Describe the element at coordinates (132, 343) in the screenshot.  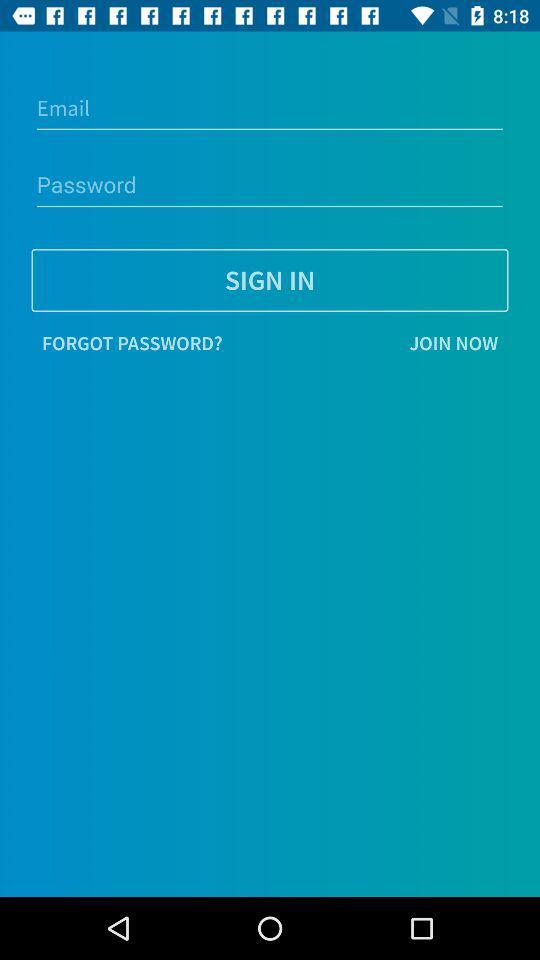
I see `the forgot password?` at that location.